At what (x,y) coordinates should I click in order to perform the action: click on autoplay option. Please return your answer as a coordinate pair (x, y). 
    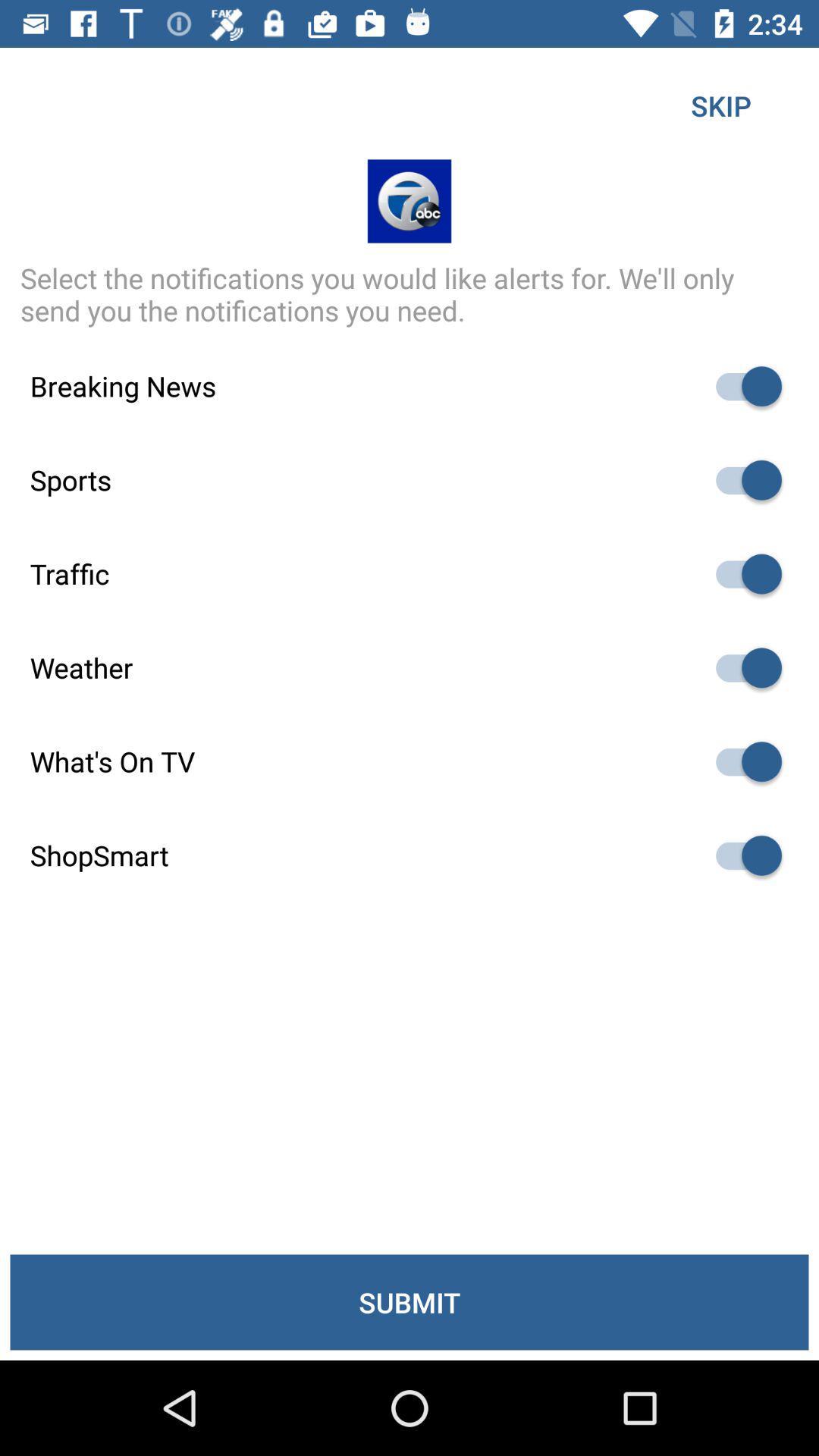
    Looking at the image, I should click on (741, 667).